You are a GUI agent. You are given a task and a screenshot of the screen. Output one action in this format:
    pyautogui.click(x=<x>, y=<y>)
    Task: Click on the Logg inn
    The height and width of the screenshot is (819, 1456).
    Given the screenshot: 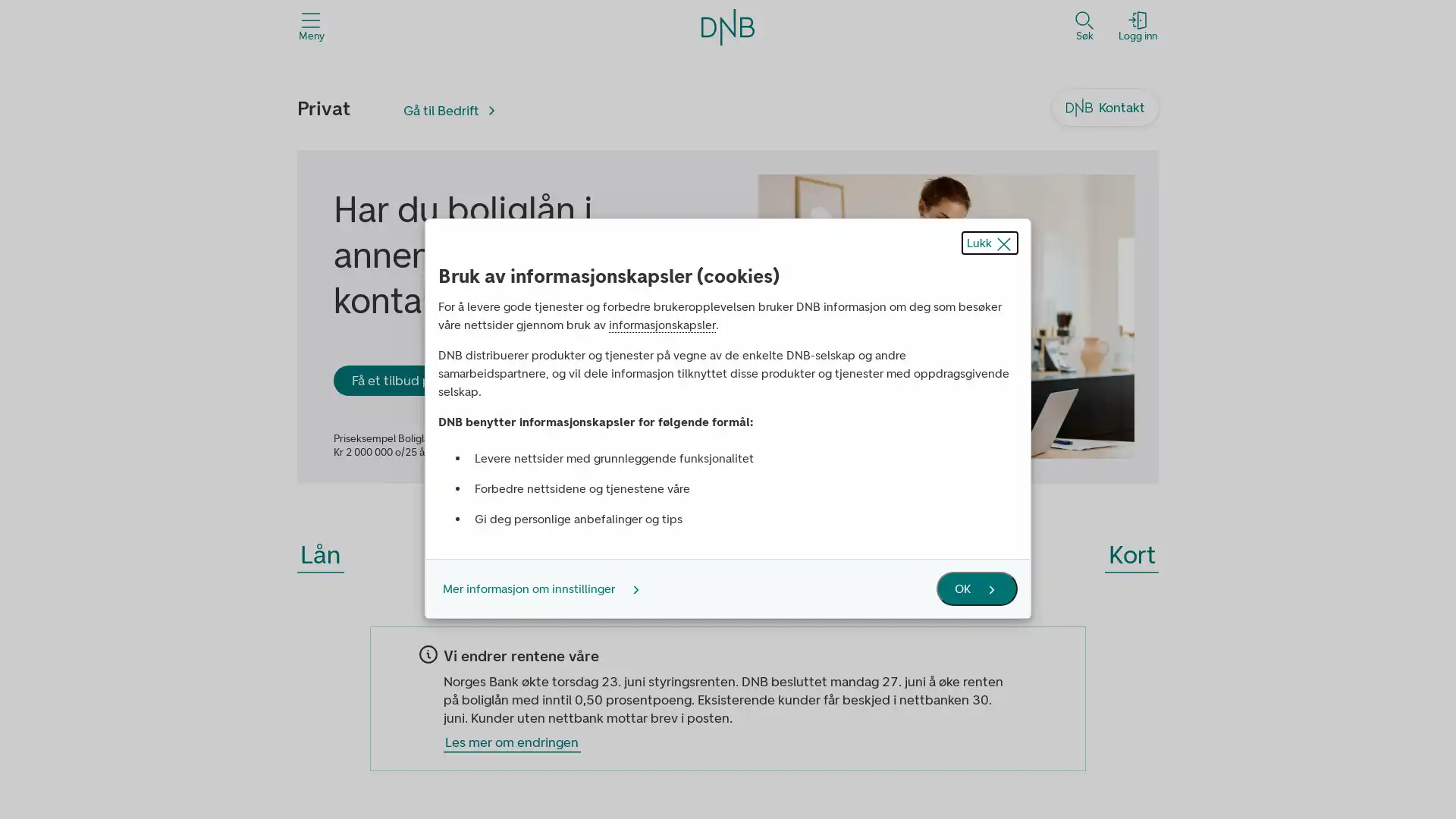 What is the action you would take?
    pyautogui.click(x=1137, y=26)
    